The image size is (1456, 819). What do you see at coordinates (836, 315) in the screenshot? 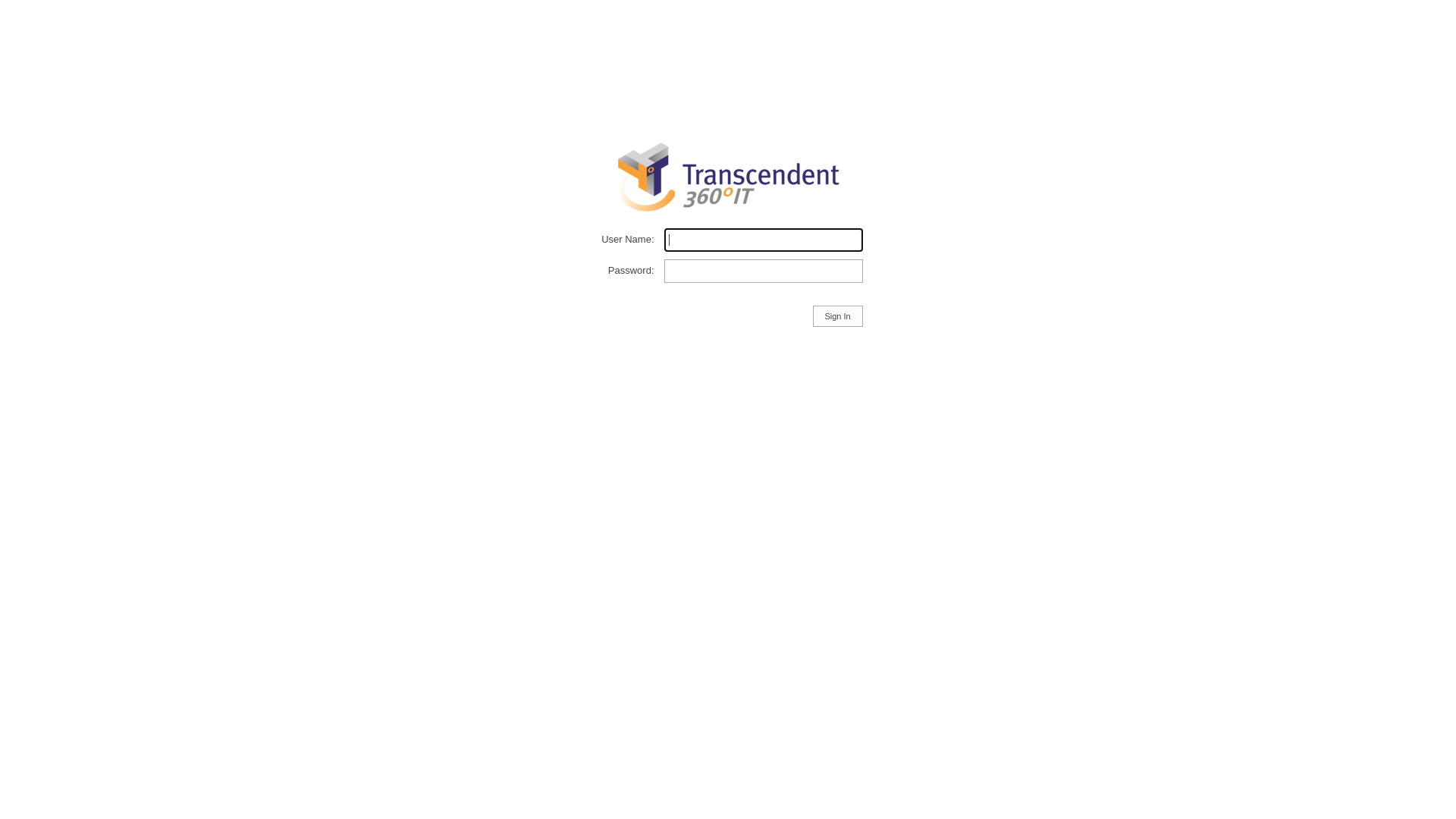
I see `'Sign In'` at bounding box center [836, 315].